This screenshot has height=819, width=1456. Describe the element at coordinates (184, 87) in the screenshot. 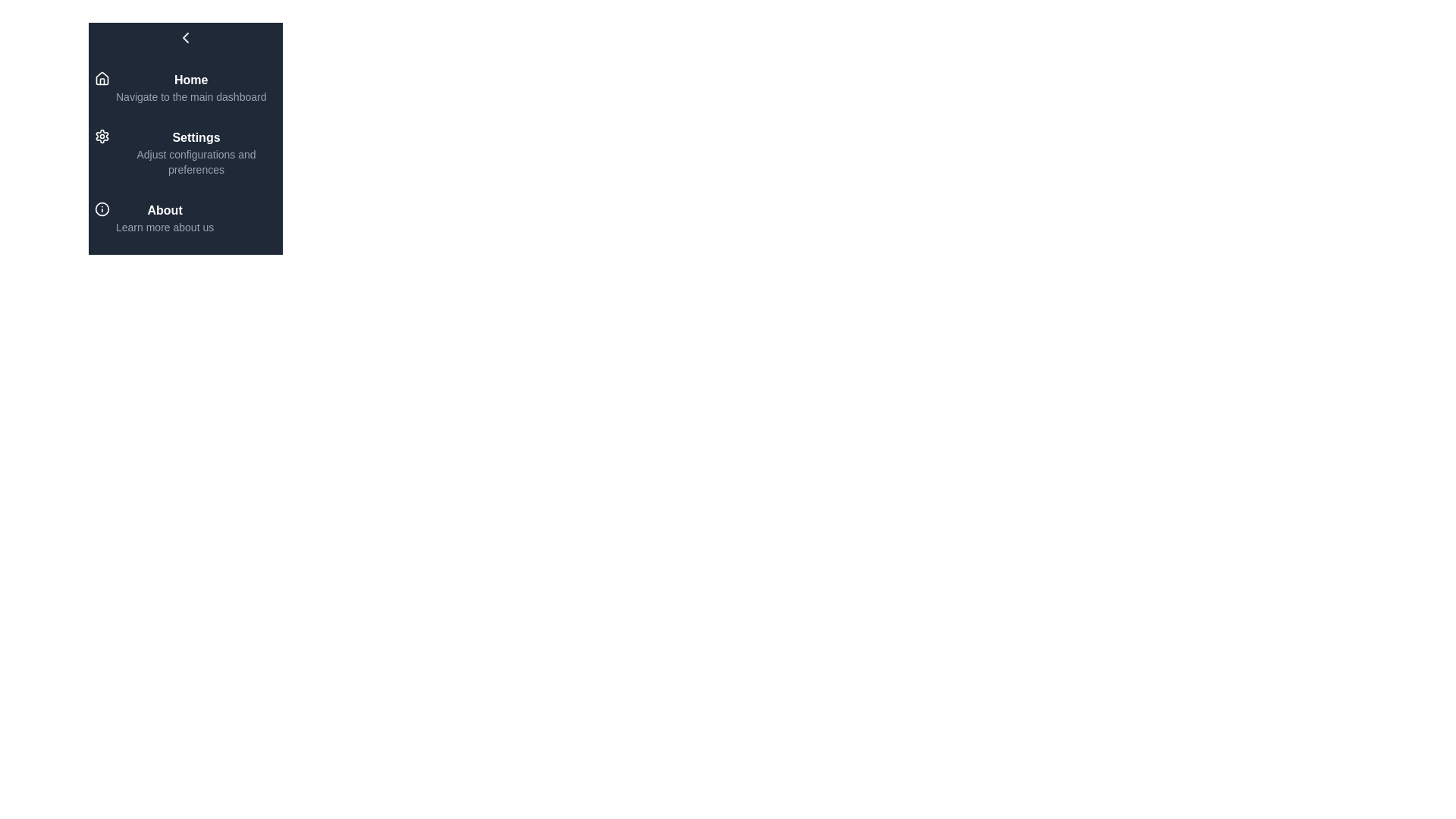

I see `the menu item Home to highlight it` at that location.